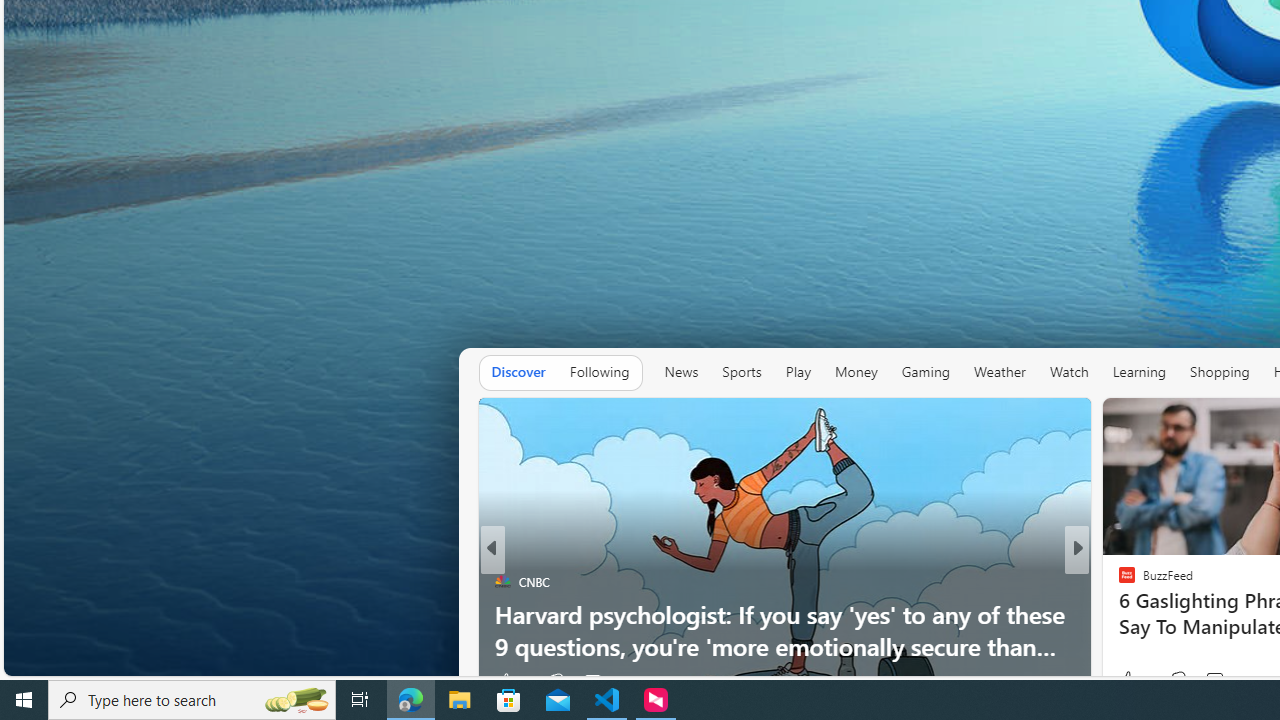 Image resolution: width=1280 pixels, height=720 pixels. Describe the element at coordinates (999, 371) in the screenshot. I see `'Weather'` at that location.